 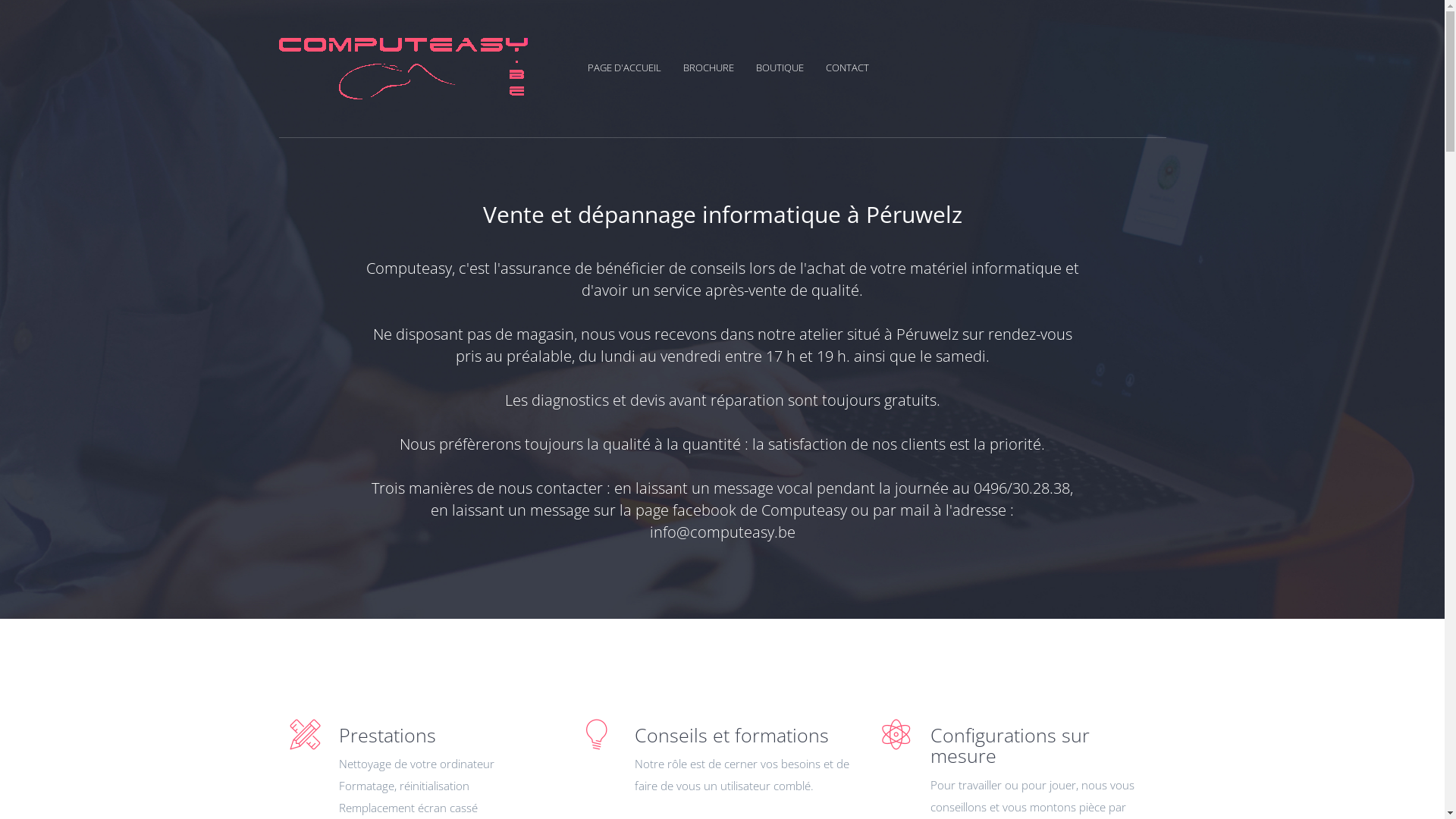 What do you see at coordinates (755, 66) in the screenshot?
I see `'BOUTIQUE'` at bounding box center [755, 66].